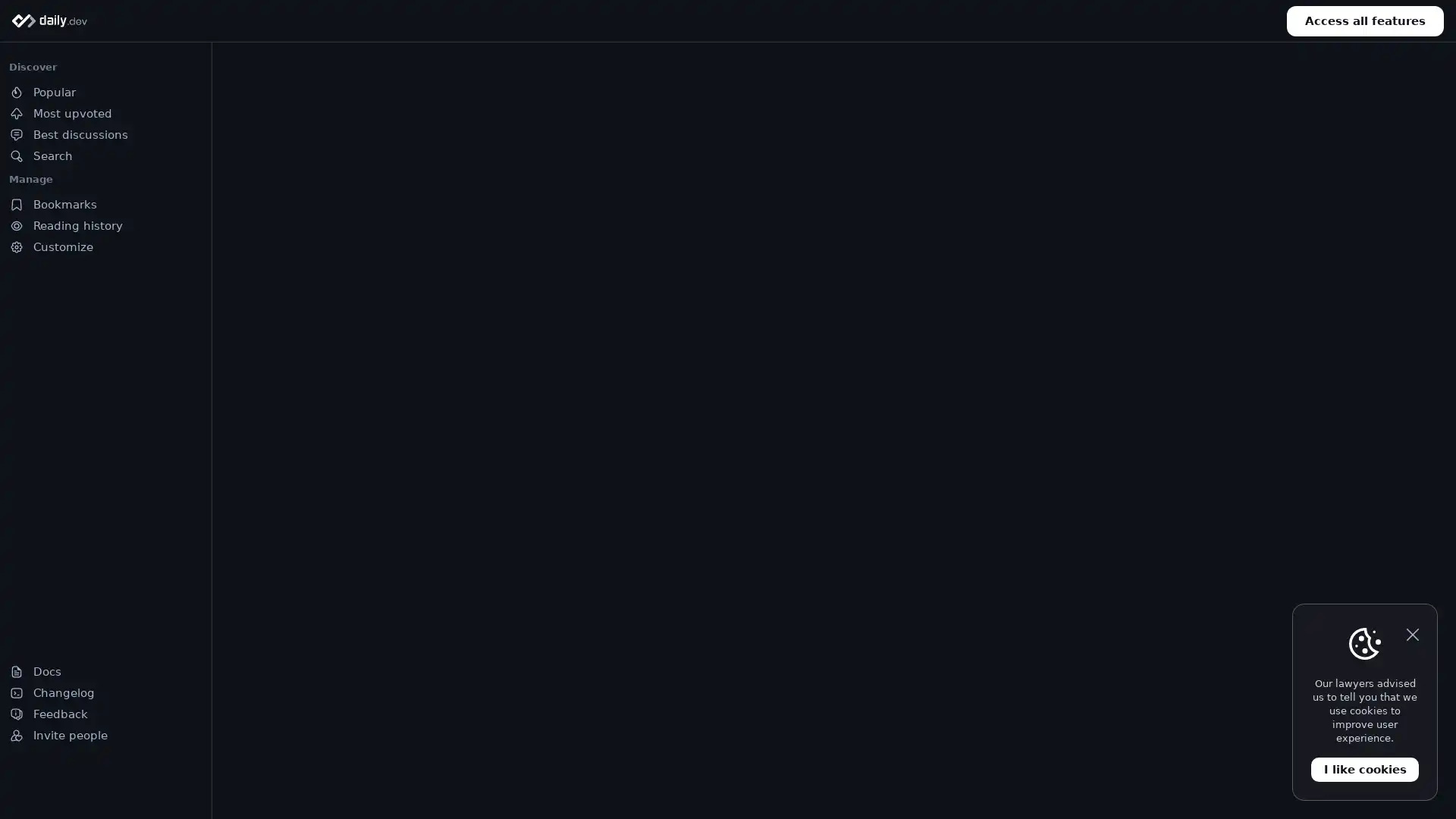 This screenshot has height=819, width=1456. Describe the element at coordinates (880, 739) in the screenshot. I see `Upvote` at that location.